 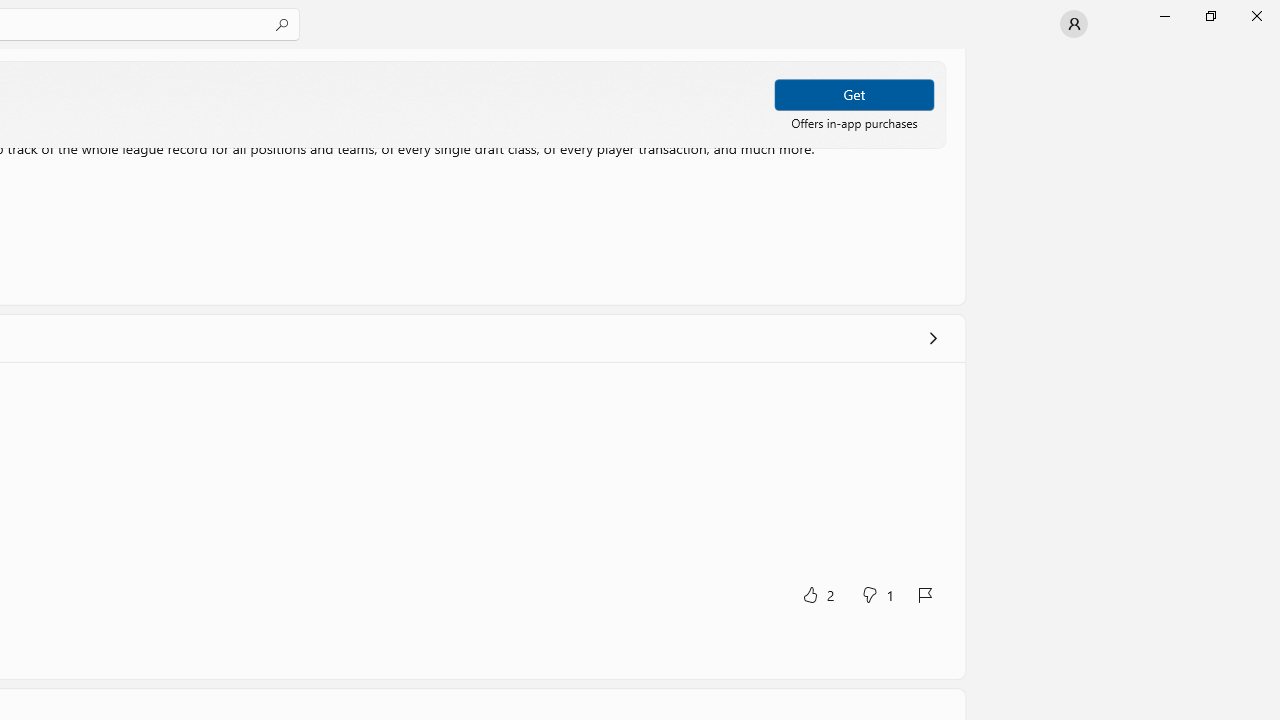 What do you see at coordinates (1164, 15) in the screenshot?
I see `'Minimize Microsoft Store'` at bounding box center [1164, 15].